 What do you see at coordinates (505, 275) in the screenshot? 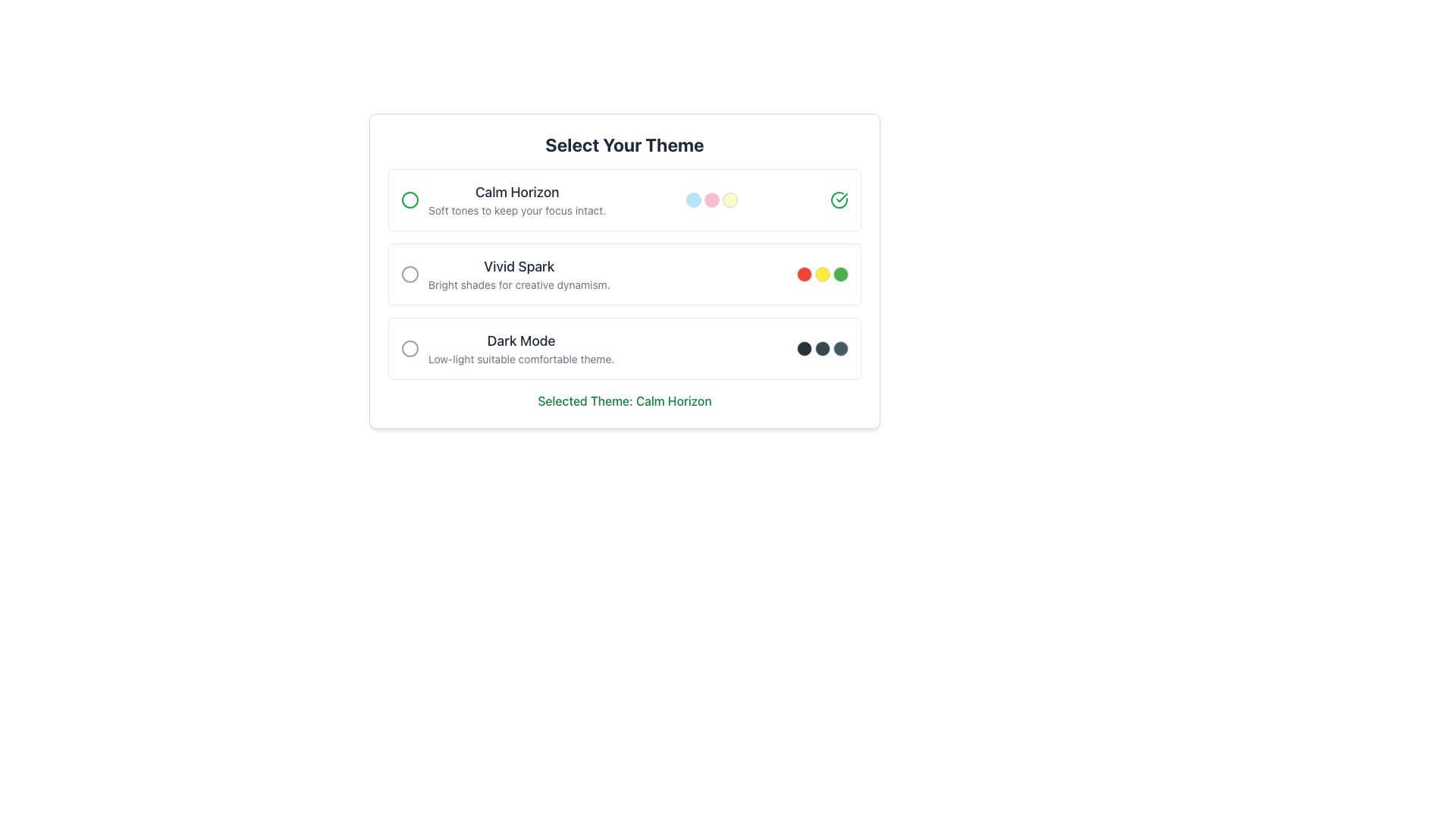
I see `the static text element displaying the name and description of an available theme option, which is the second option in a list of selectable themes` at bounding box center [505, 275].